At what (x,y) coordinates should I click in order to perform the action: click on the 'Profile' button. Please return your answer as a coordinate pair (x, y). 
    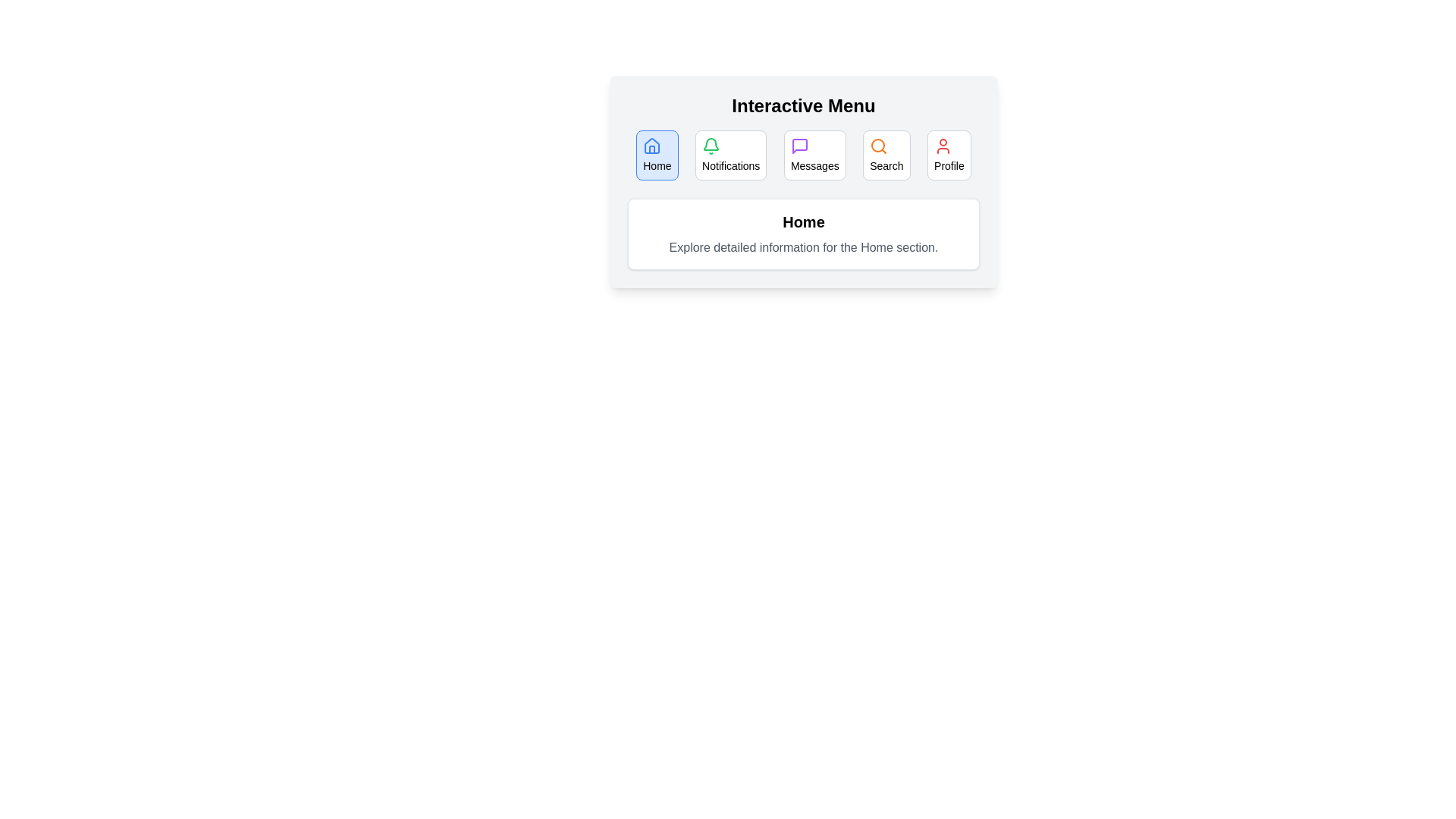
    Looking at the image, I should click on (948, 155).